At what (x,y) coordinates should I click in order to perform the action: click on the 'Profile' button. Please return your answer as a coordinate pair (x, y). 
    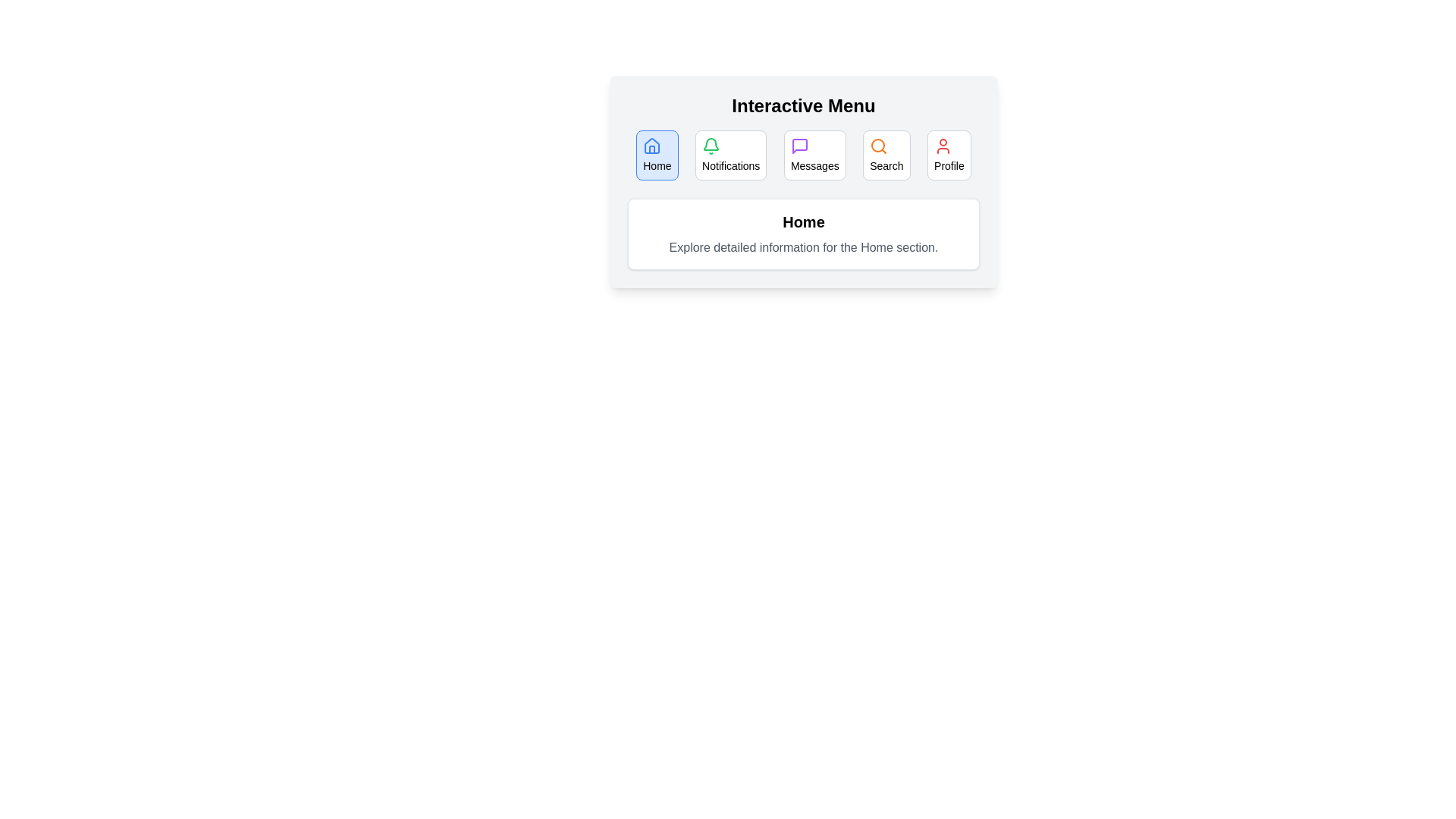
    Looking at the image, I should click on (948, 155).